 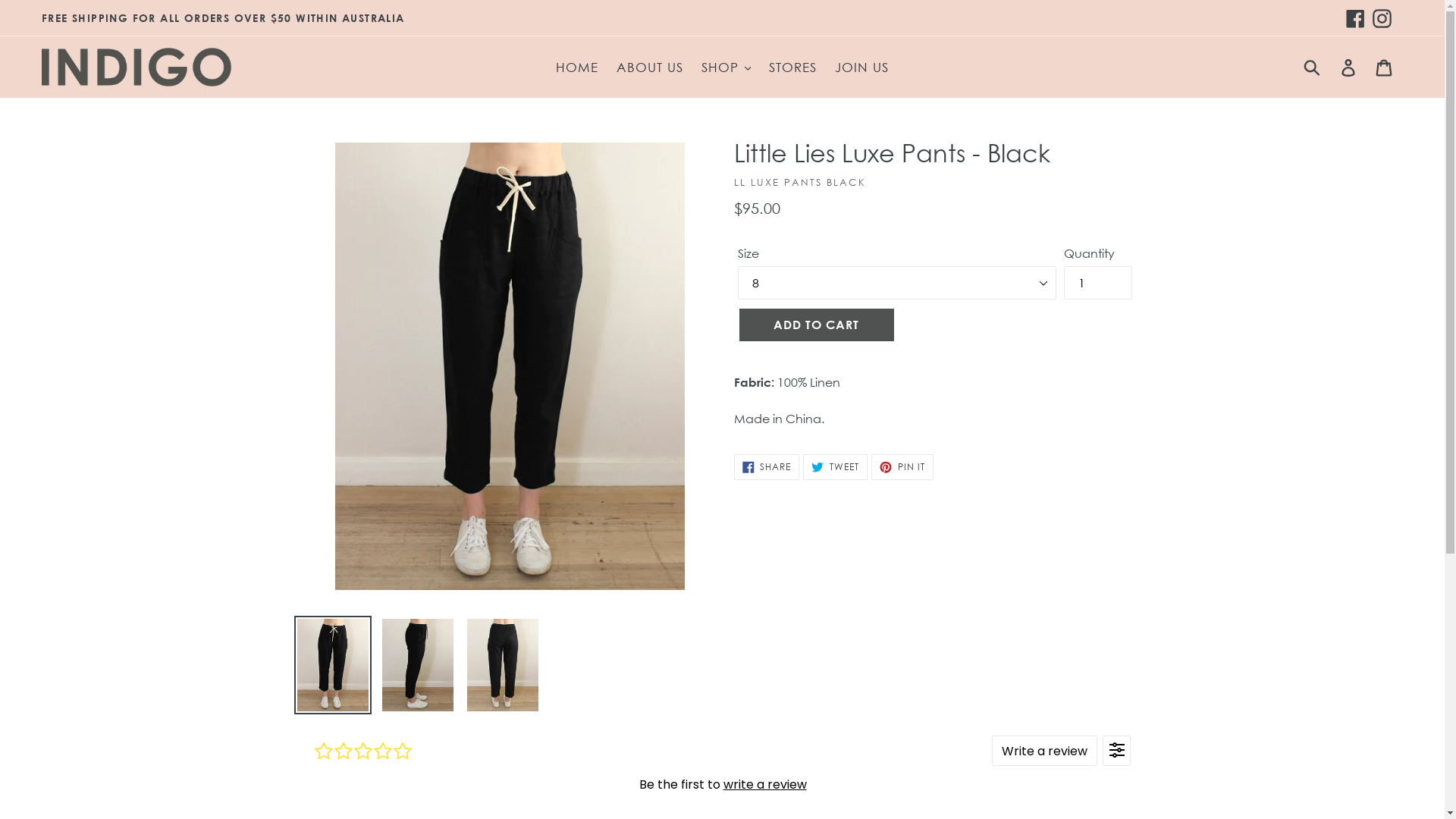 I want to click on 'SHARE, so click(x=767, y=466).